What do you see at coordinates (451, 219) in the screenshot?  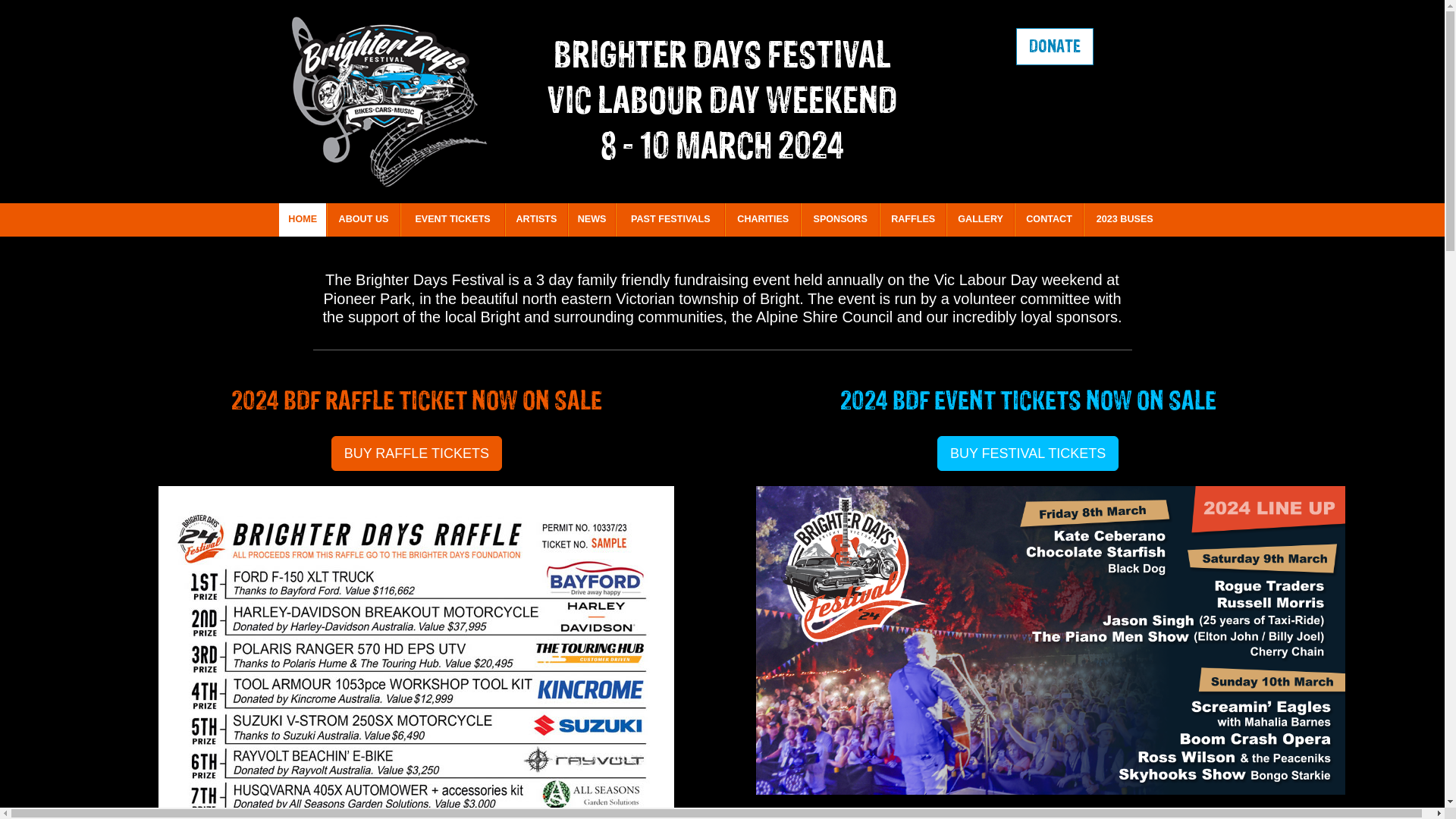 I see `'EVENT TICKETS'` at bounding box center [451, 219].